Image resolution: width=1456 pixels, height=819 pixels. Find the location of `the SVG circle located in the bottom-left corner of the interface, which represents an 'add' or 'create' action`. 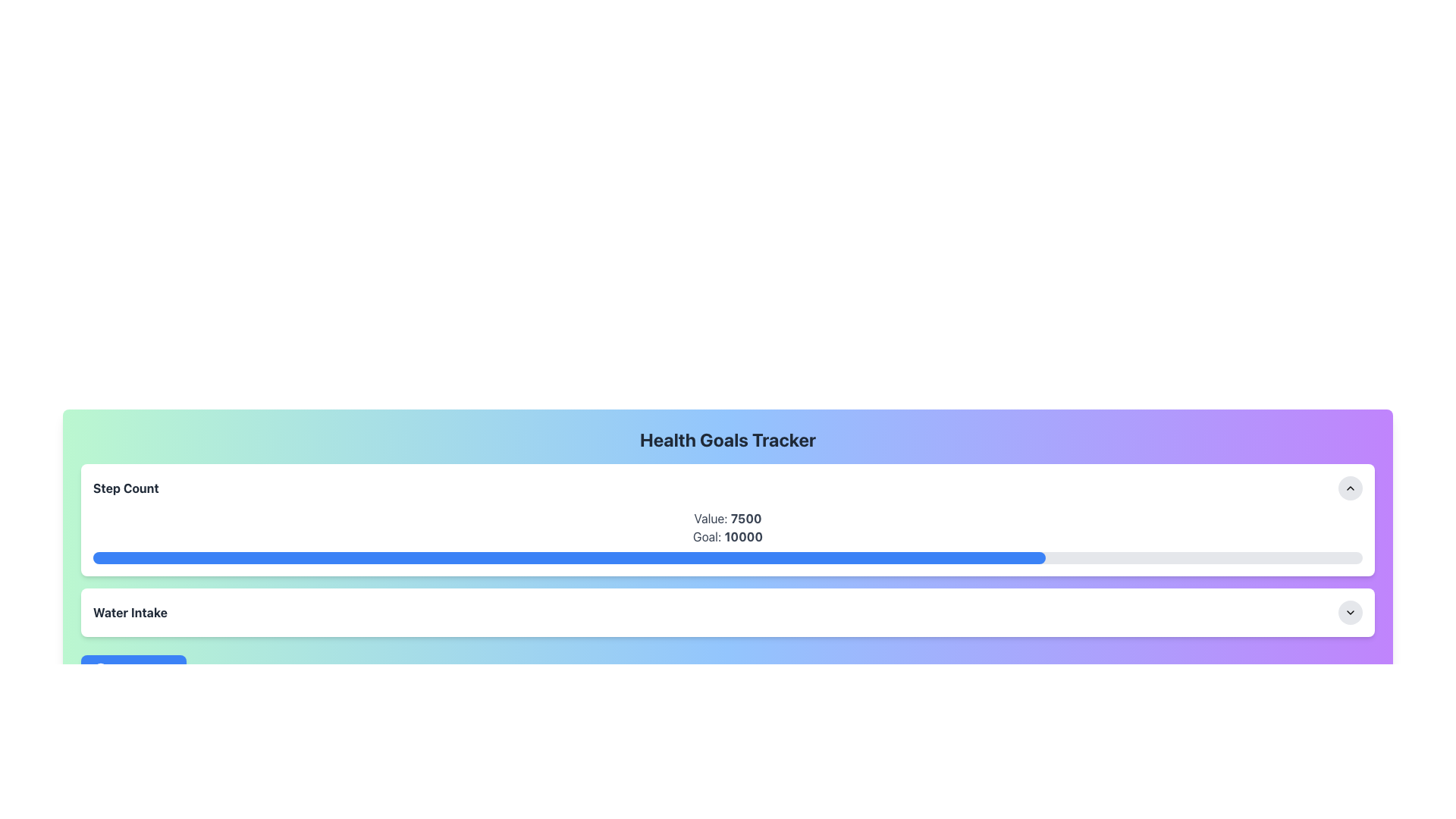

the SVG circle located in the bottom-left corner of the interface, which represents an 'add' or 'create' action is located at coordinates (100, 669).